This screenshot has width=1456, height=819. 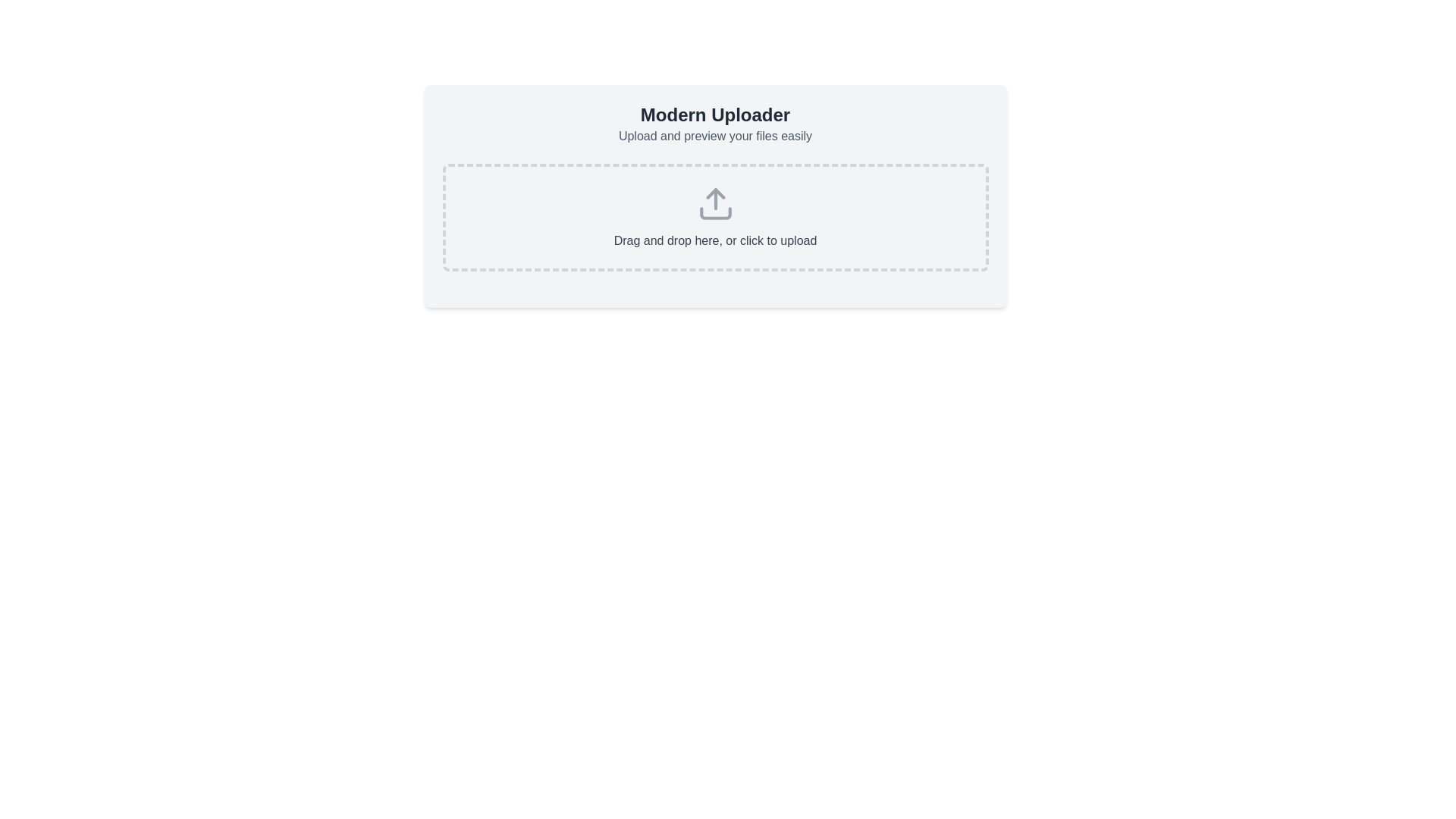 What do you see at coordinates (714, 136) in the screenshot?
I see `the static text label that provides context for the uploading functionality, located beneath the title 'Modern Uploader'` at bounding box center [714, 136].